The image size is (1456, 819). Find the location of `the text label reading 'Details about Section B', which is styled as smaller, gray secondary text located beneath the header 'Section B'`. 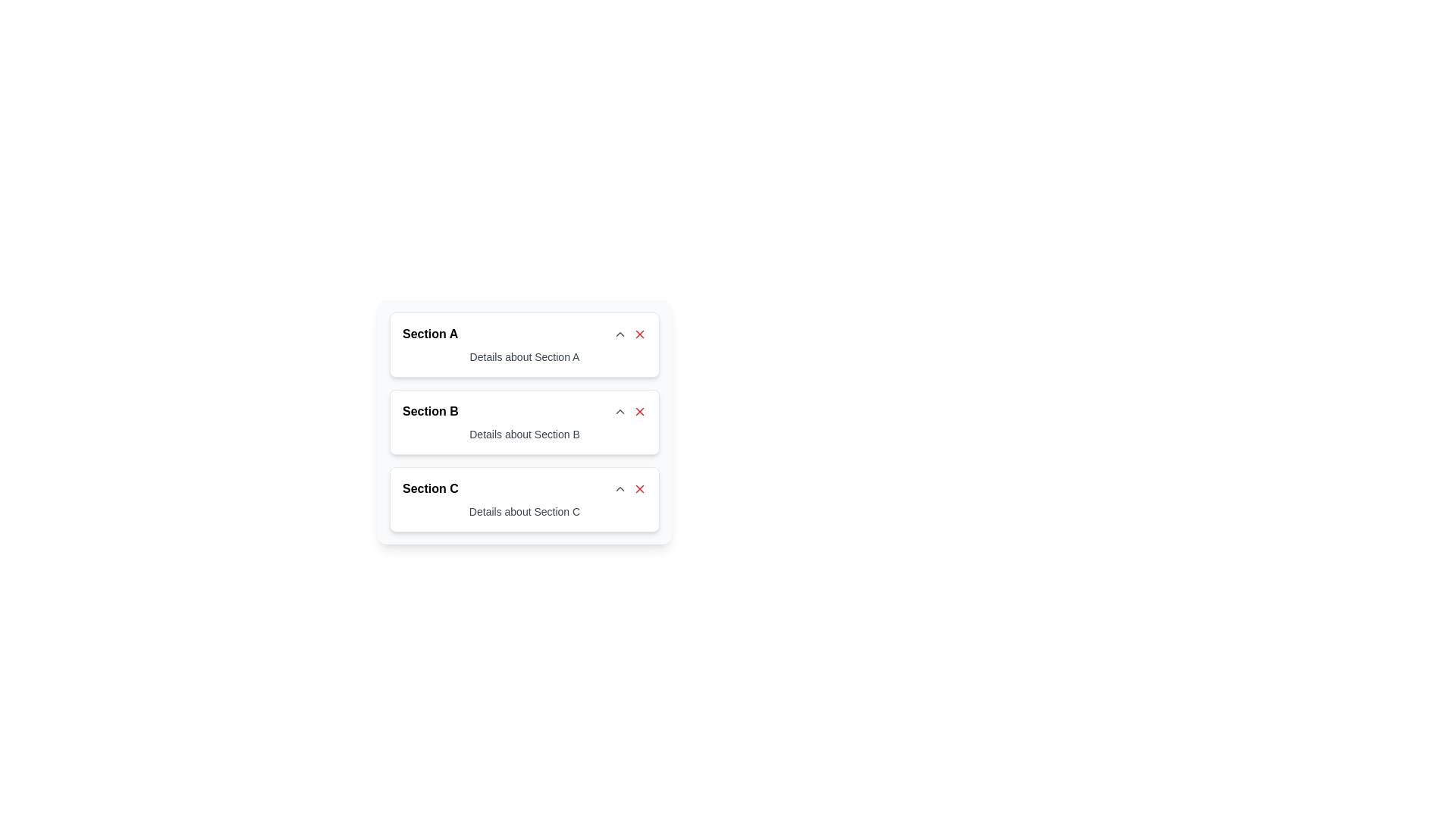

the text label reading 'Details about Section B', which is styled as smaller, gray secondary text located beneath the header 'Section B' is located at coordinates (524, 435).